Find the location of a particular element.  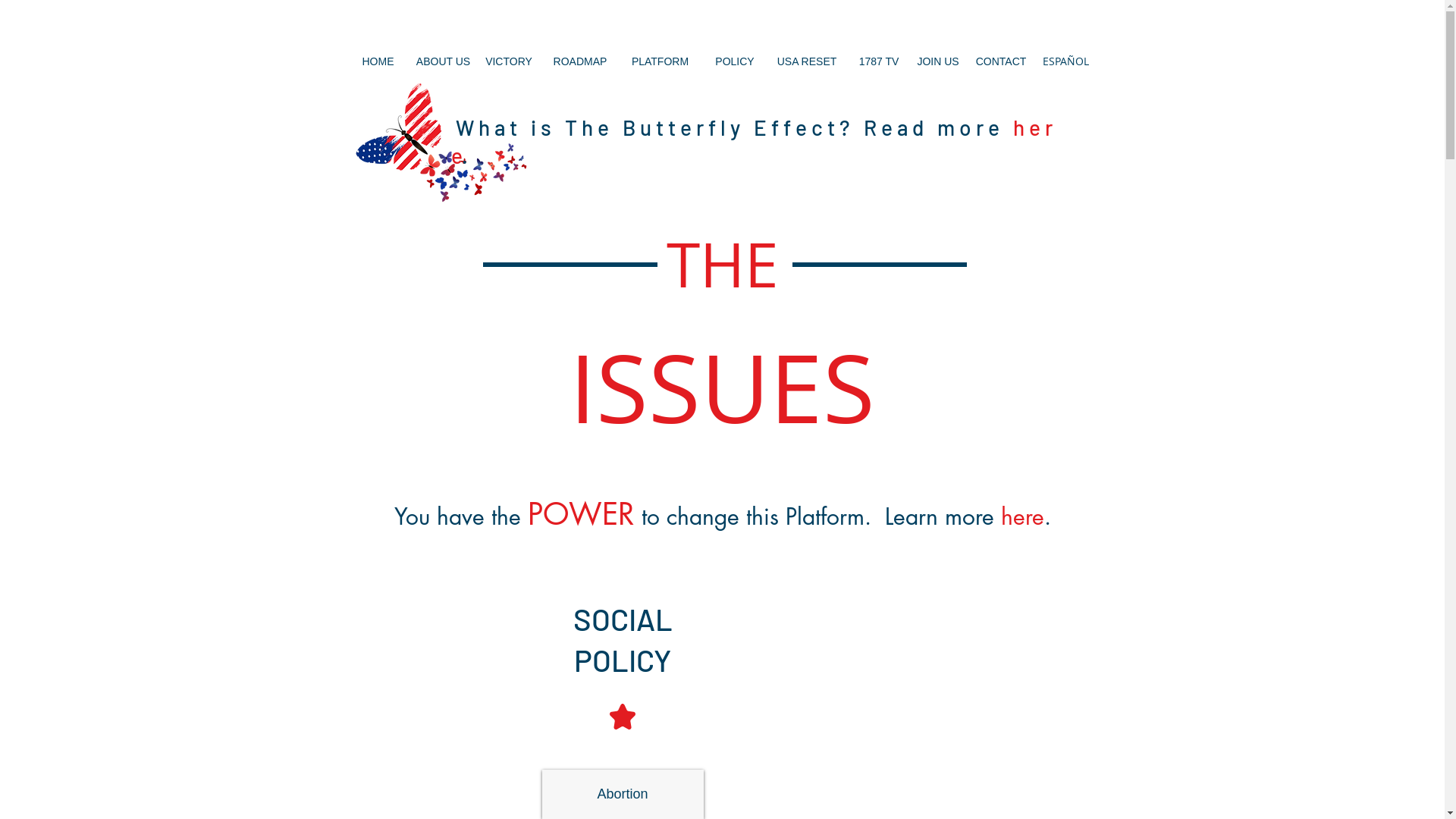

'PLATFORM' is located at coordinates (632, 60).